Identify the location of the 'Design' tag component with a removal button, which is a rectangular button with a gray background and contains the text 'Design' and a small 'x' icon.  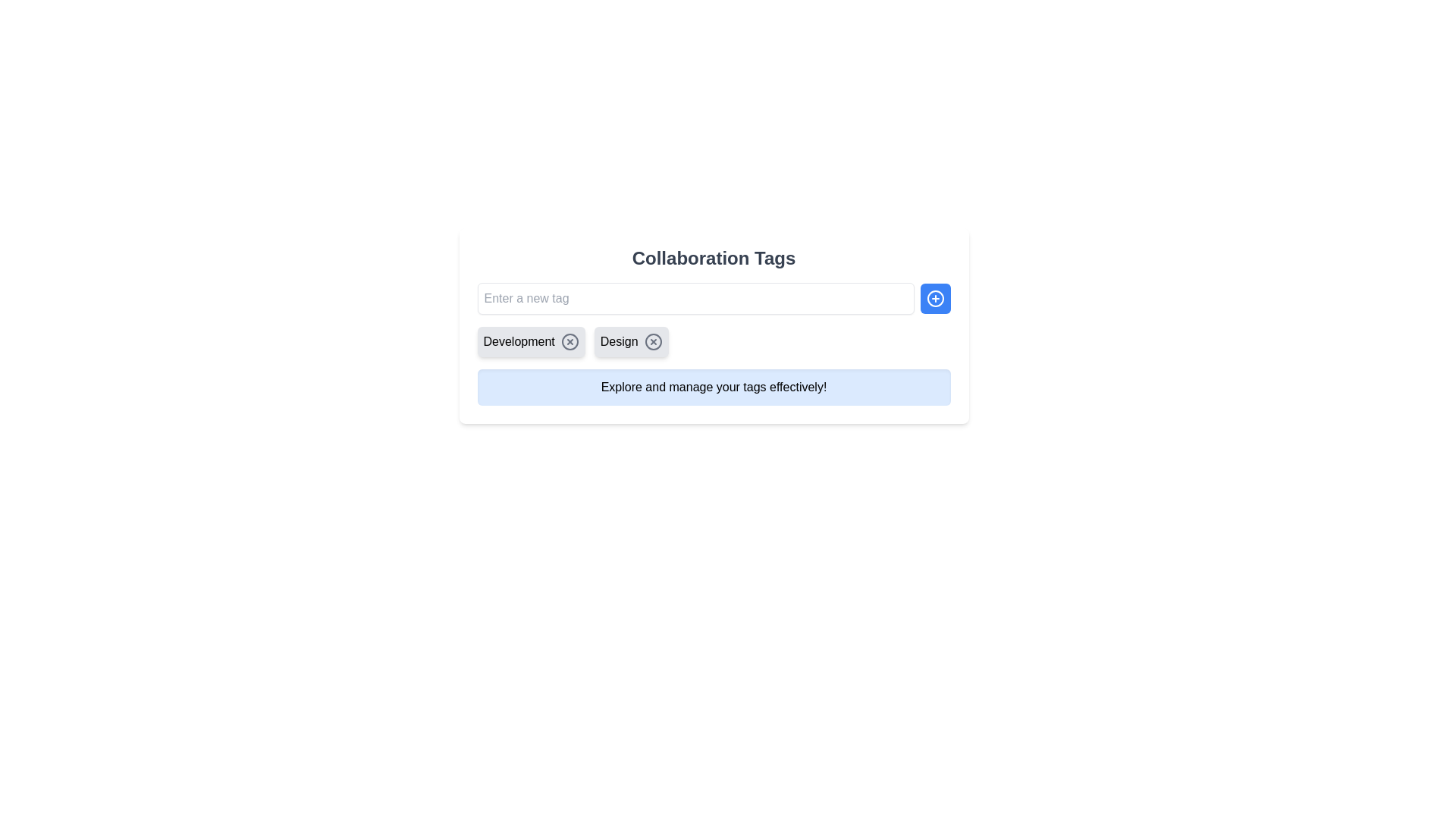
(631, 342).